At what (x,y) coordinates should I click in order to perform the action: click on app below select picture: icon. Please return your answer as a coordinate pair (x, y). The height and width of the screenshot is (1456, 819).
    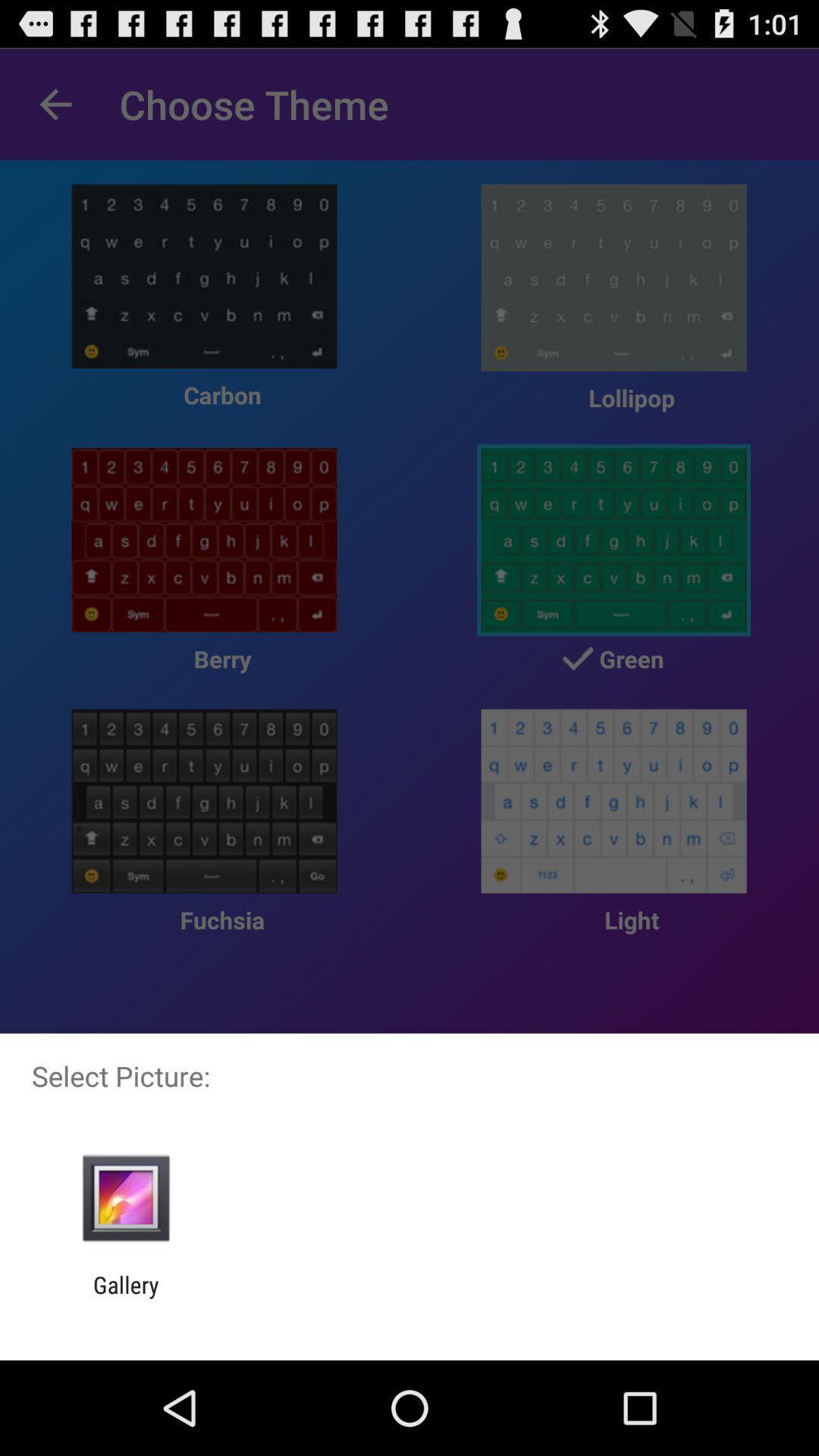
    Looking at the image, I should click on (125, 1197).